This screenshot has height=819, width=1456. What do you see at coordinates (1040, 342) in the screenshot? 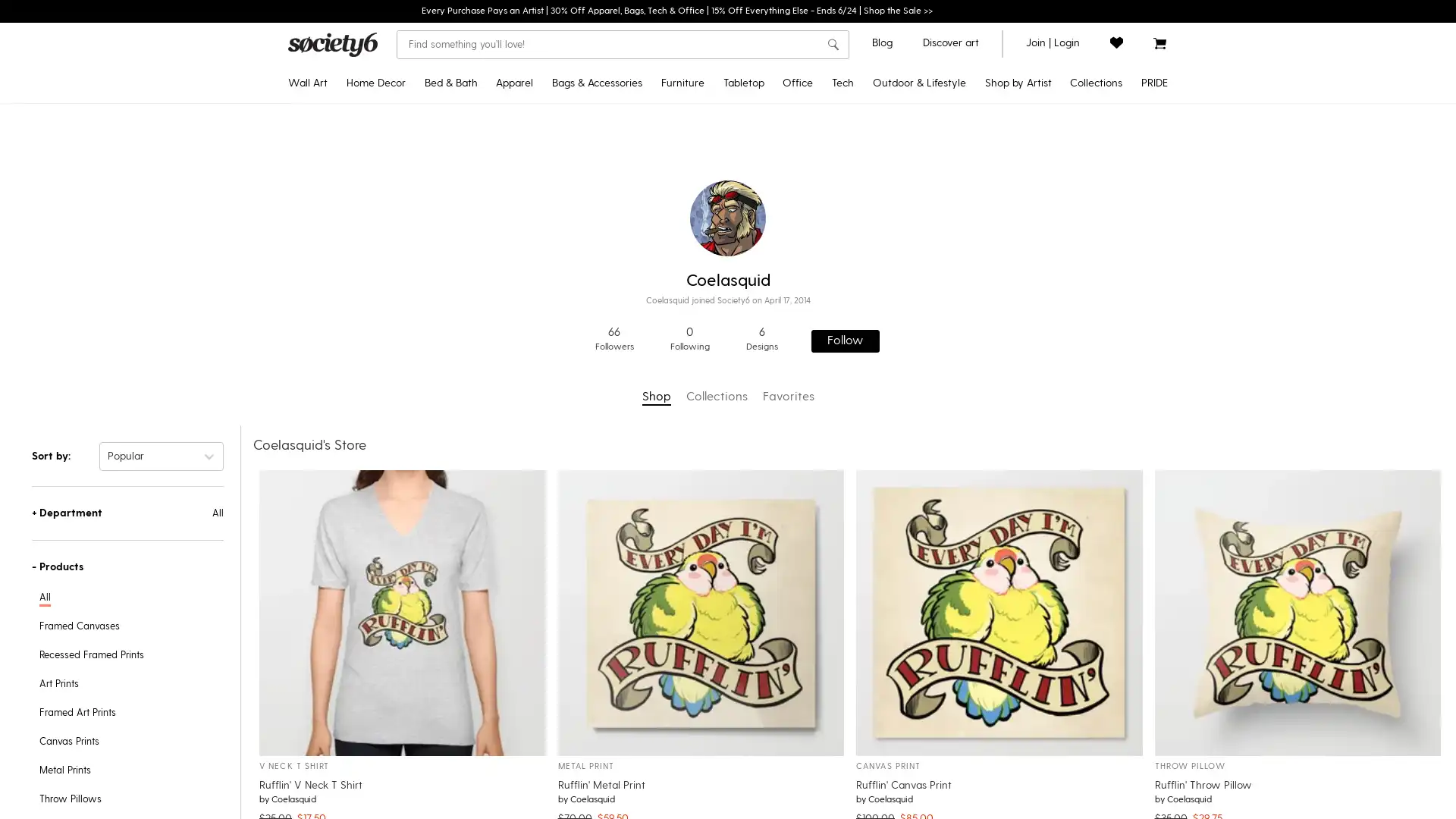
I see `Pattern Play` at bounding box center [1040, 342].